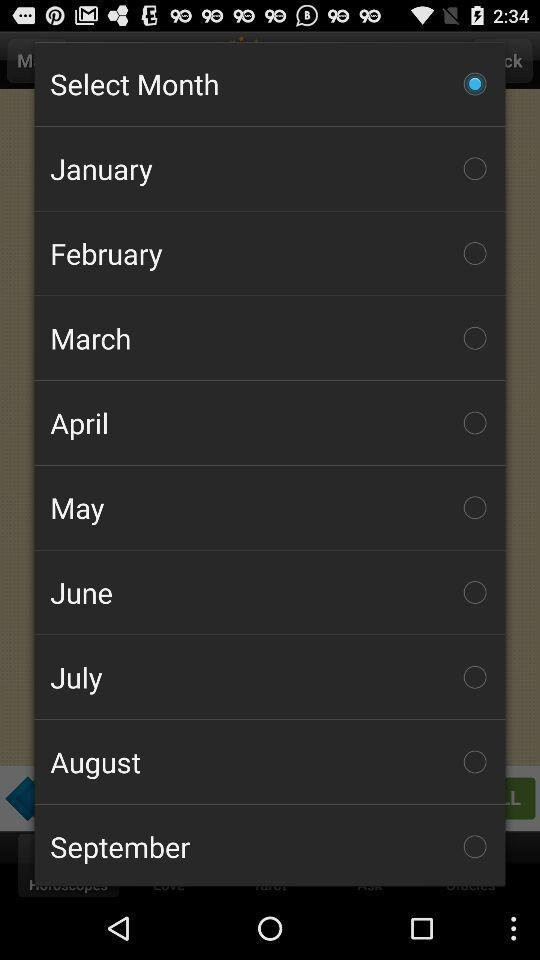  Describe the element at coordinates (270, 506) in the screenshot. I see `may icon` at that location.